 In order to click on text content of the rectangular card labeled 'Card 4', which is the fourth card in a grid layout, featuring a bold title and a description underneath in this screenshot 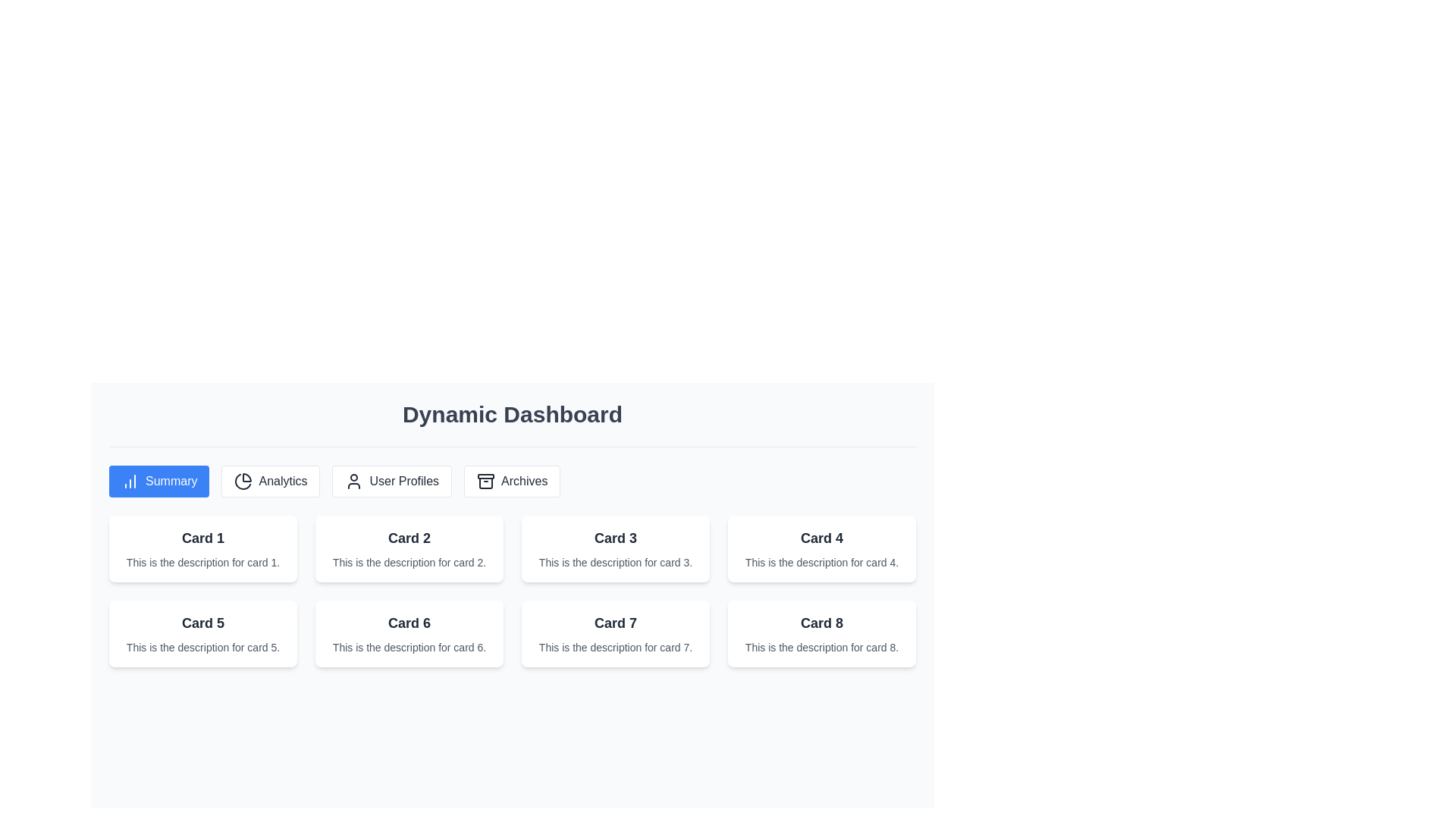, I will do `click(821, 549)`.